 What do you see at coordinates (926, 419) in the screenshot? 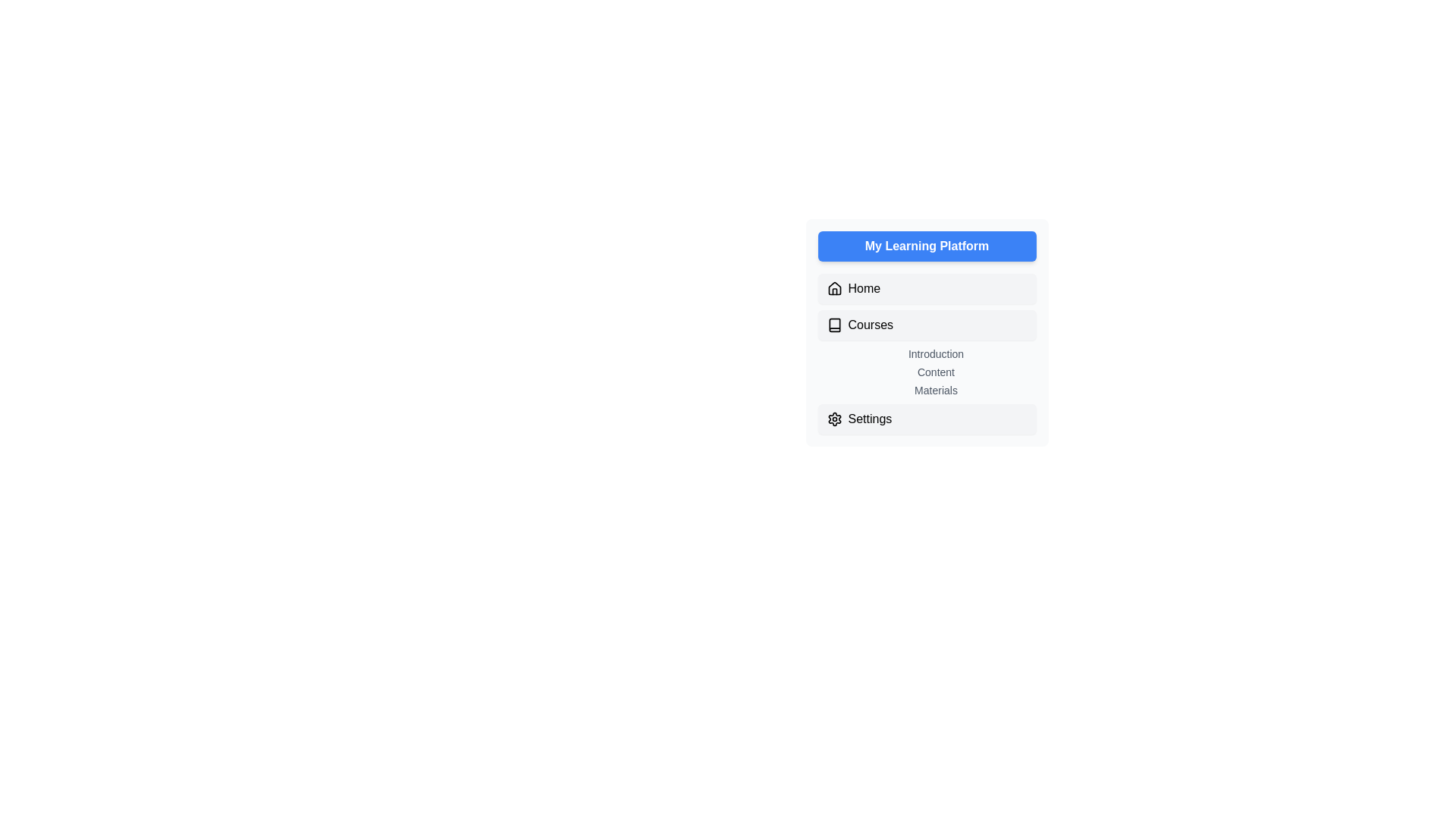
I see `the Hyperlink styled as a button located at the bottom of the sidebar navigation list, which likely opens a settings-related module` at bounding box center [926, 419].